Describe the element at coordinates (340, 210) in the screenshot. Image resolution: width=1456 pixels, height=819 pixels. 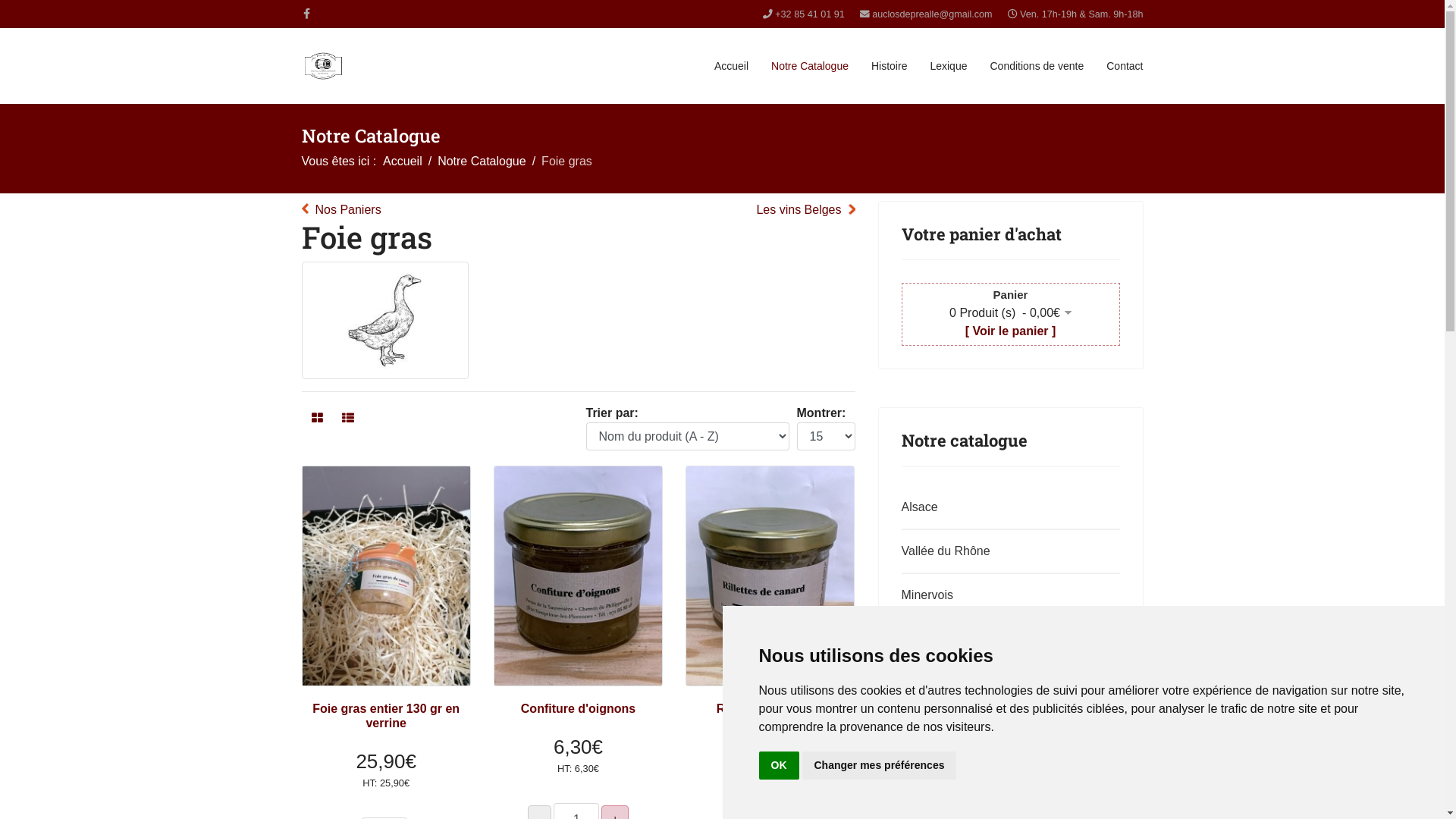
I see `'Nos Paniers'` at that location.